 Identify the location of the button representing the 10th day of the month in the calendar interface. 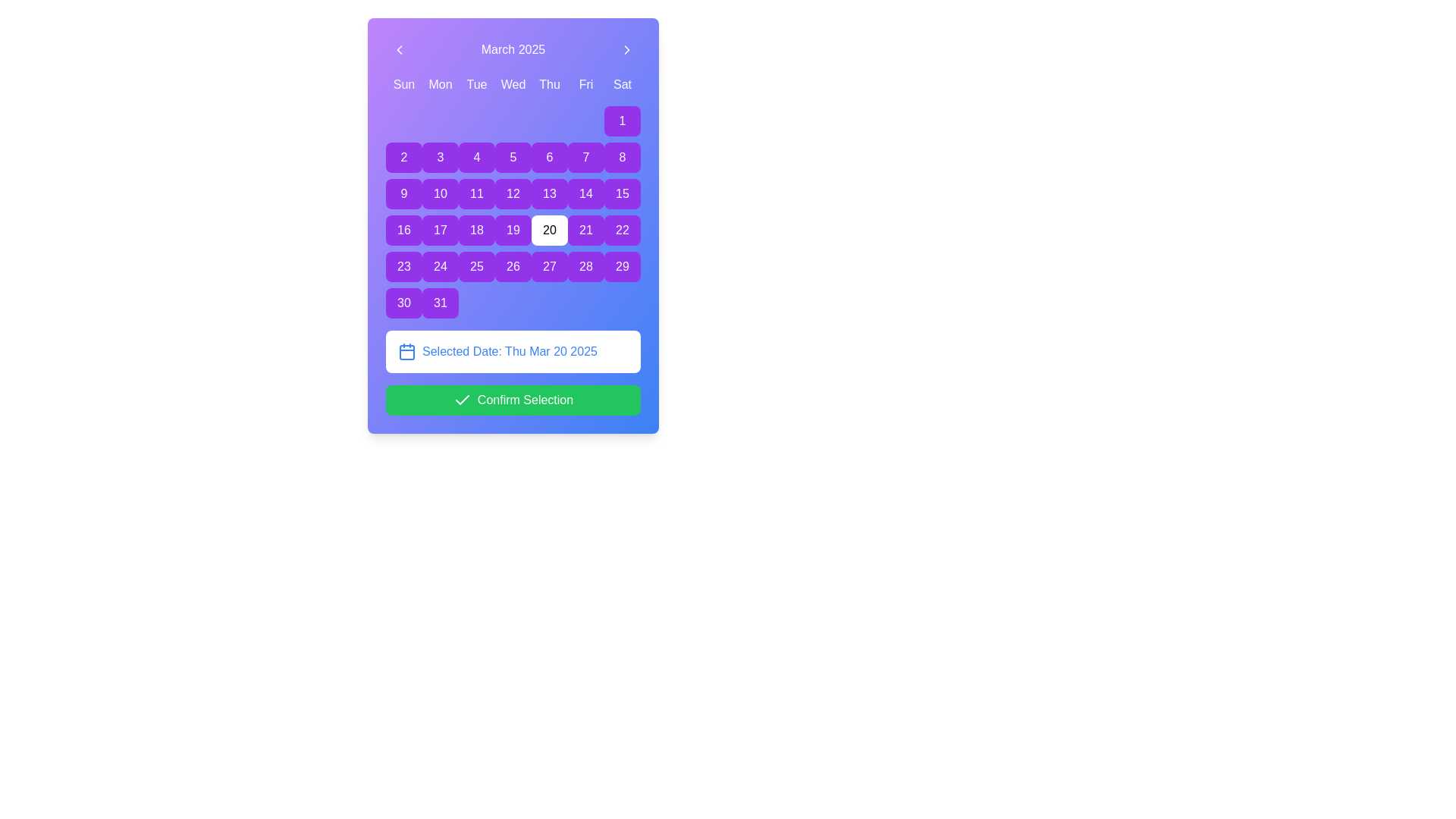
(439, 193).